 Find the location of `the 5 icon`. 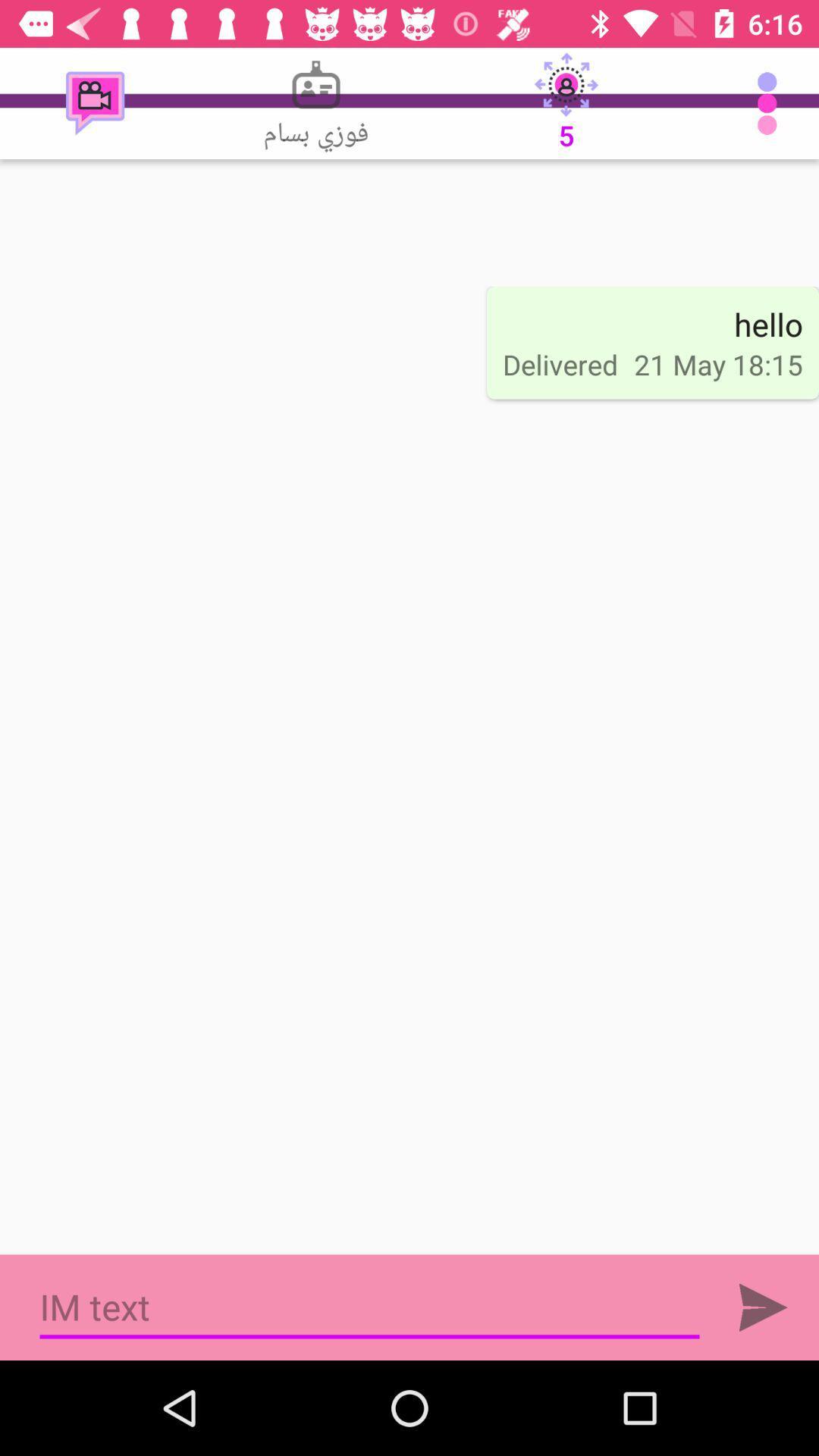

the 5 icon is located at coordinates (566, 102).